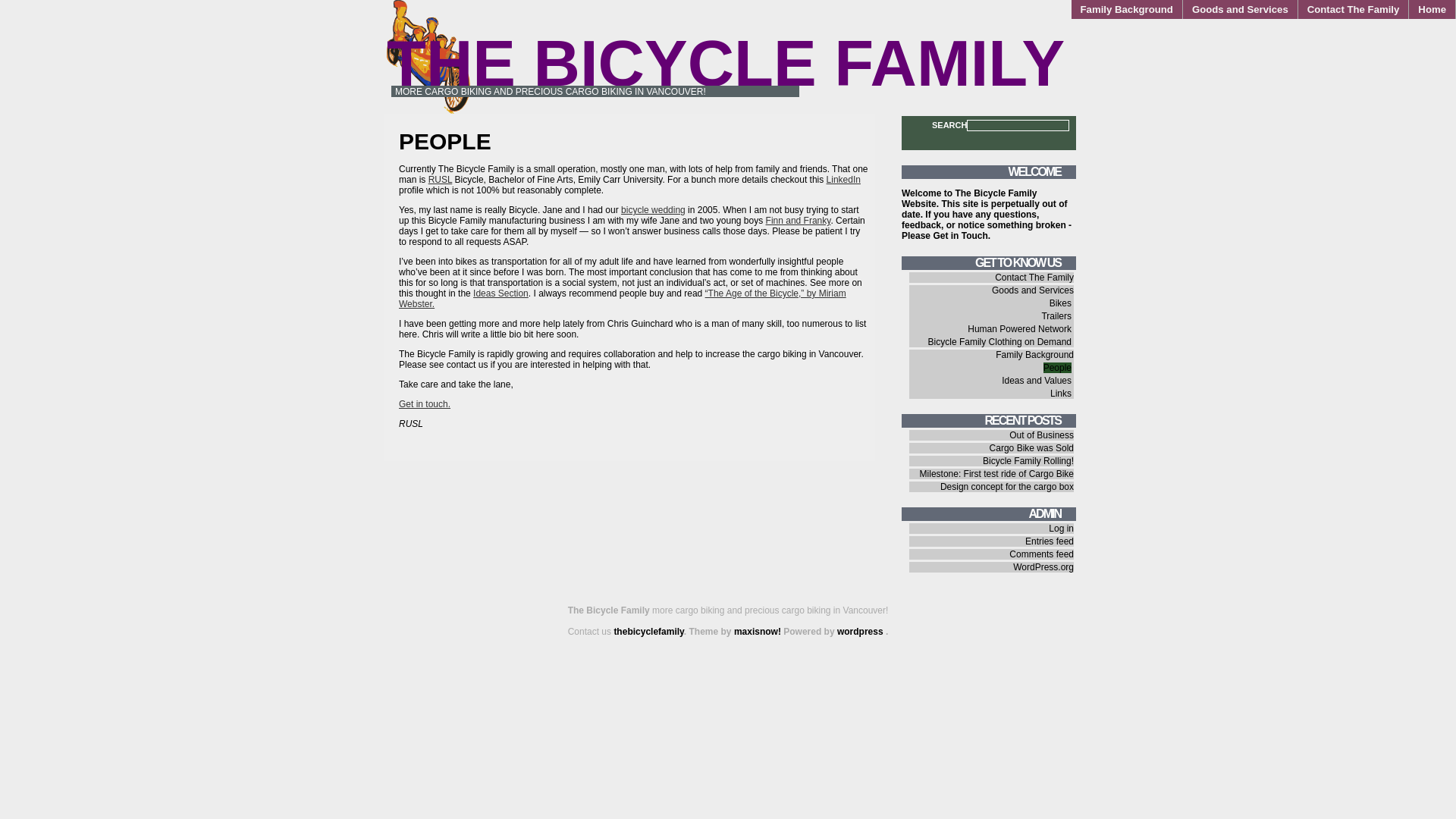  What do you see at coordinates (653, 210) in the screenshot?
I see `'bicycle wedding'` at bounding box center [653, 210].